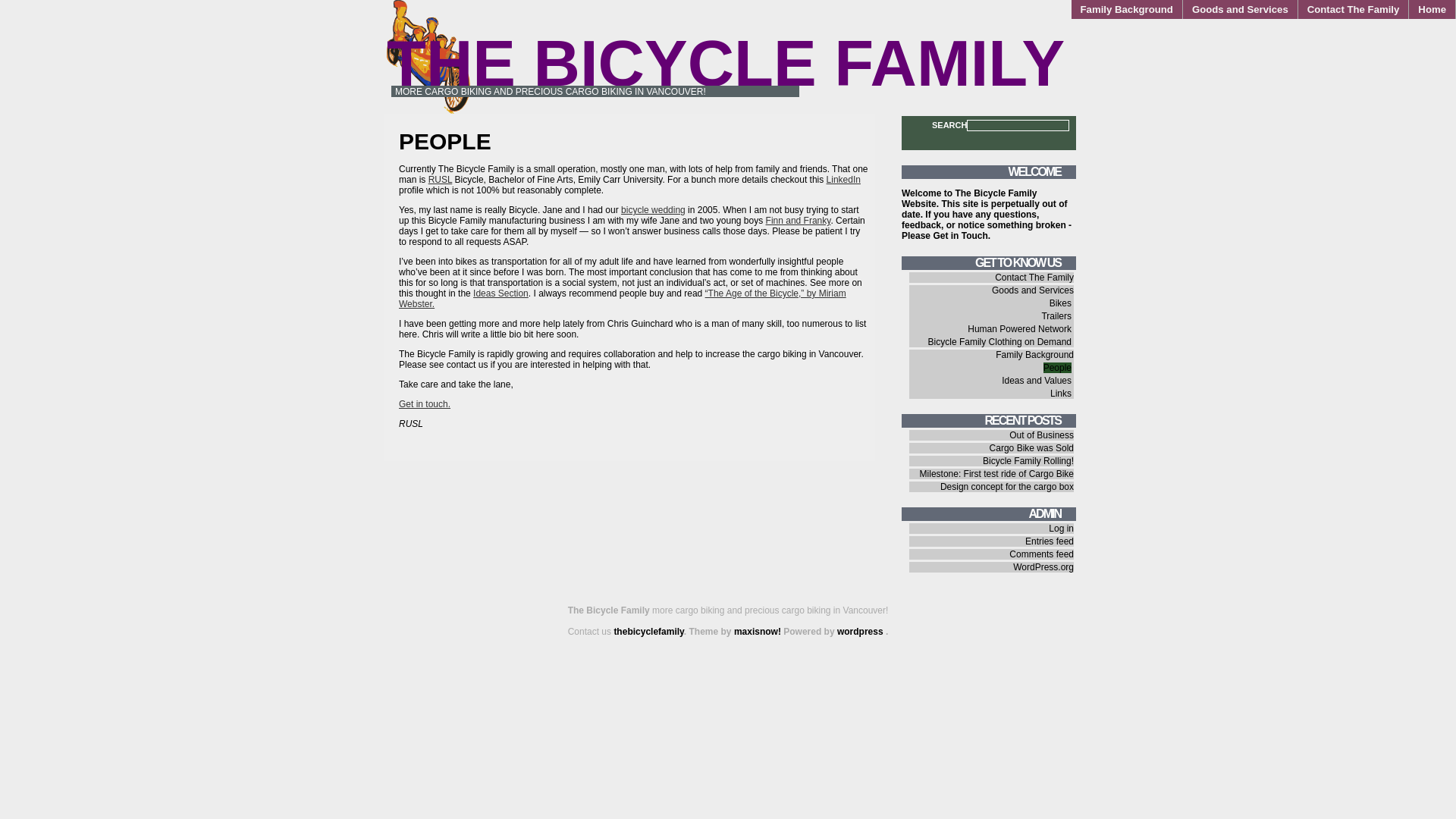  What do you see at coordinates (653, 210) in the screenshot?
I see `'bicycle wedding'` at bounding box center [653, 210].